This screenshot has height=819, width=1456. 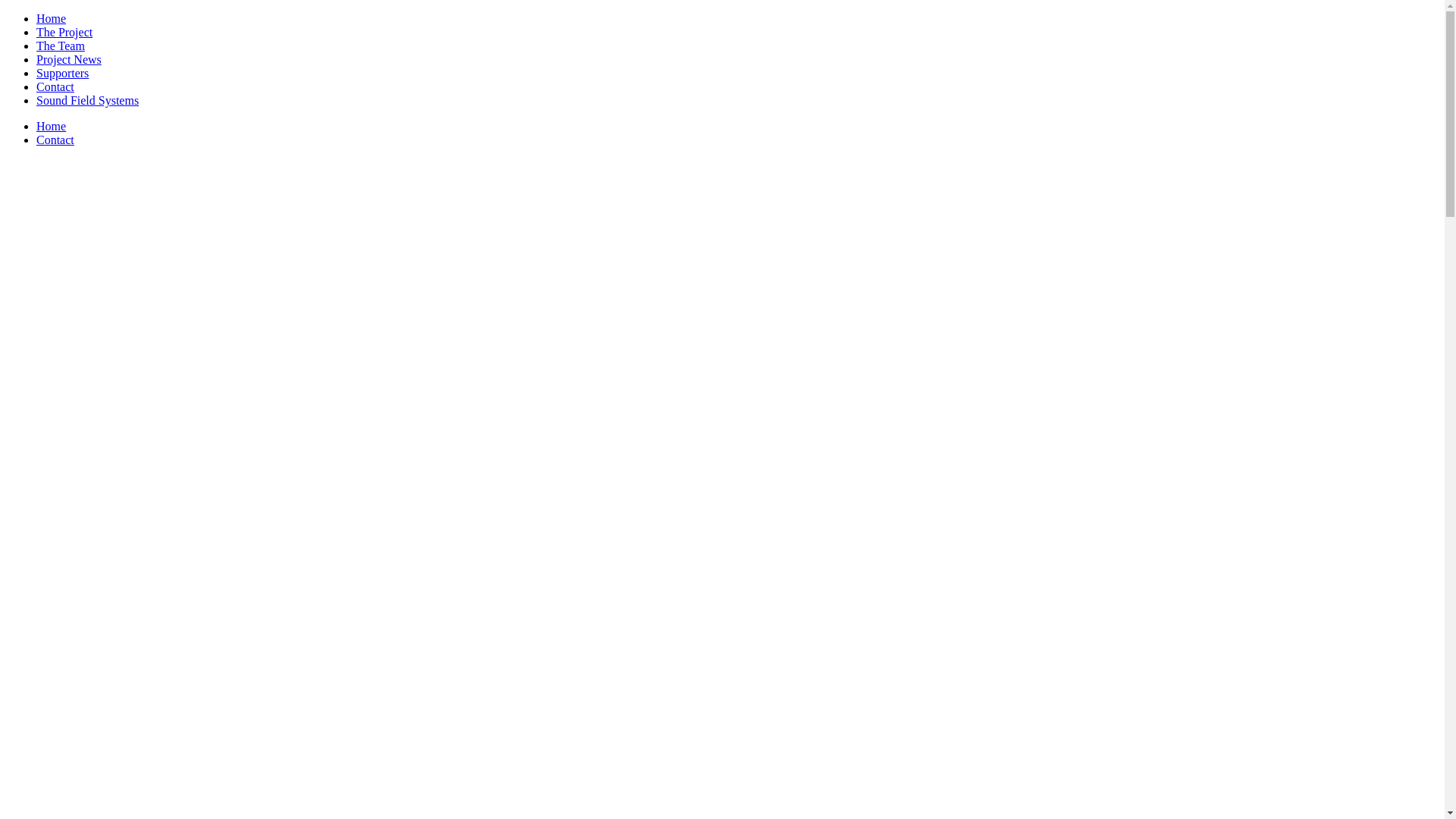 I want to click on 'Contact', so click(x=55, y=86).